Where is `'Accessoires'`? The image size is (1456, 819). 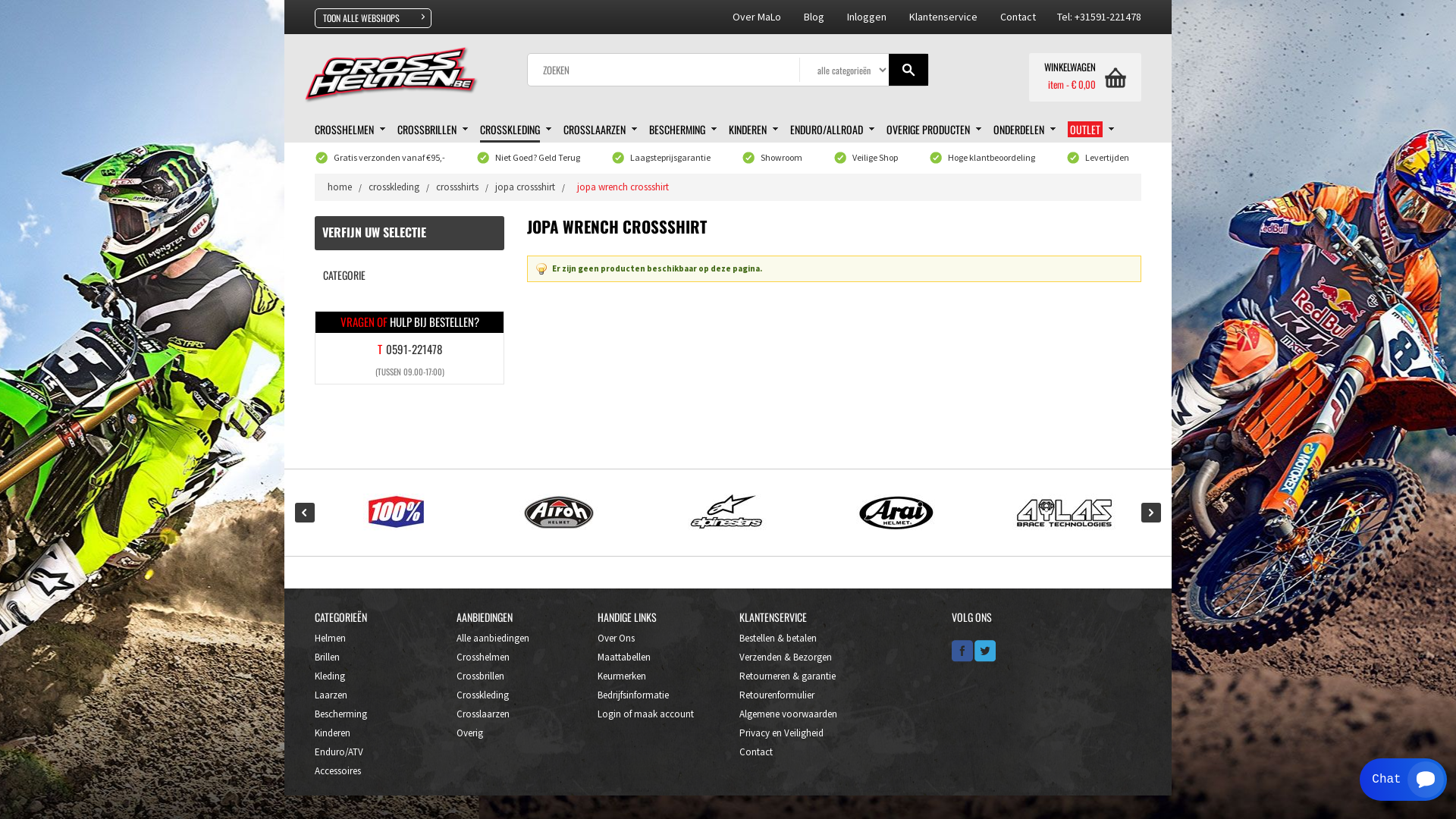 'Accessoires' is located at coordinates (337, 770).